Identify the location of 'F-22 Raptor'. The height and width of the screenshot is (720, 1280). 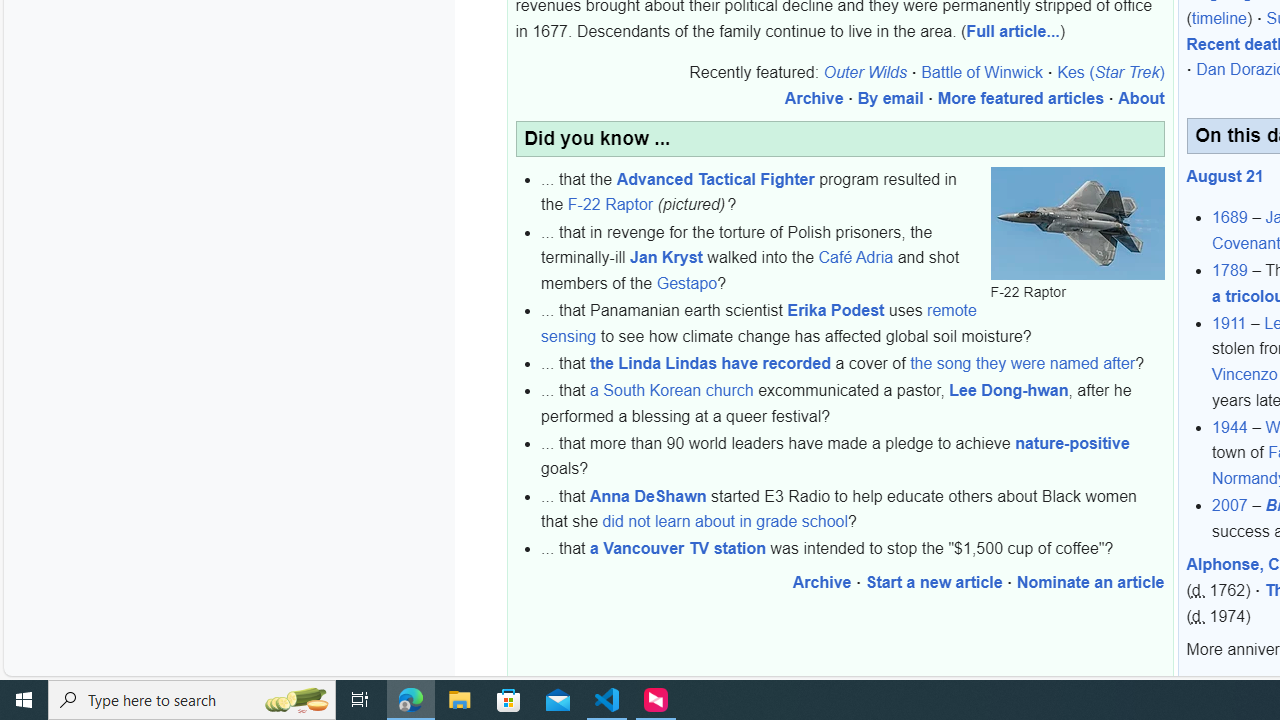
(1076, 223).